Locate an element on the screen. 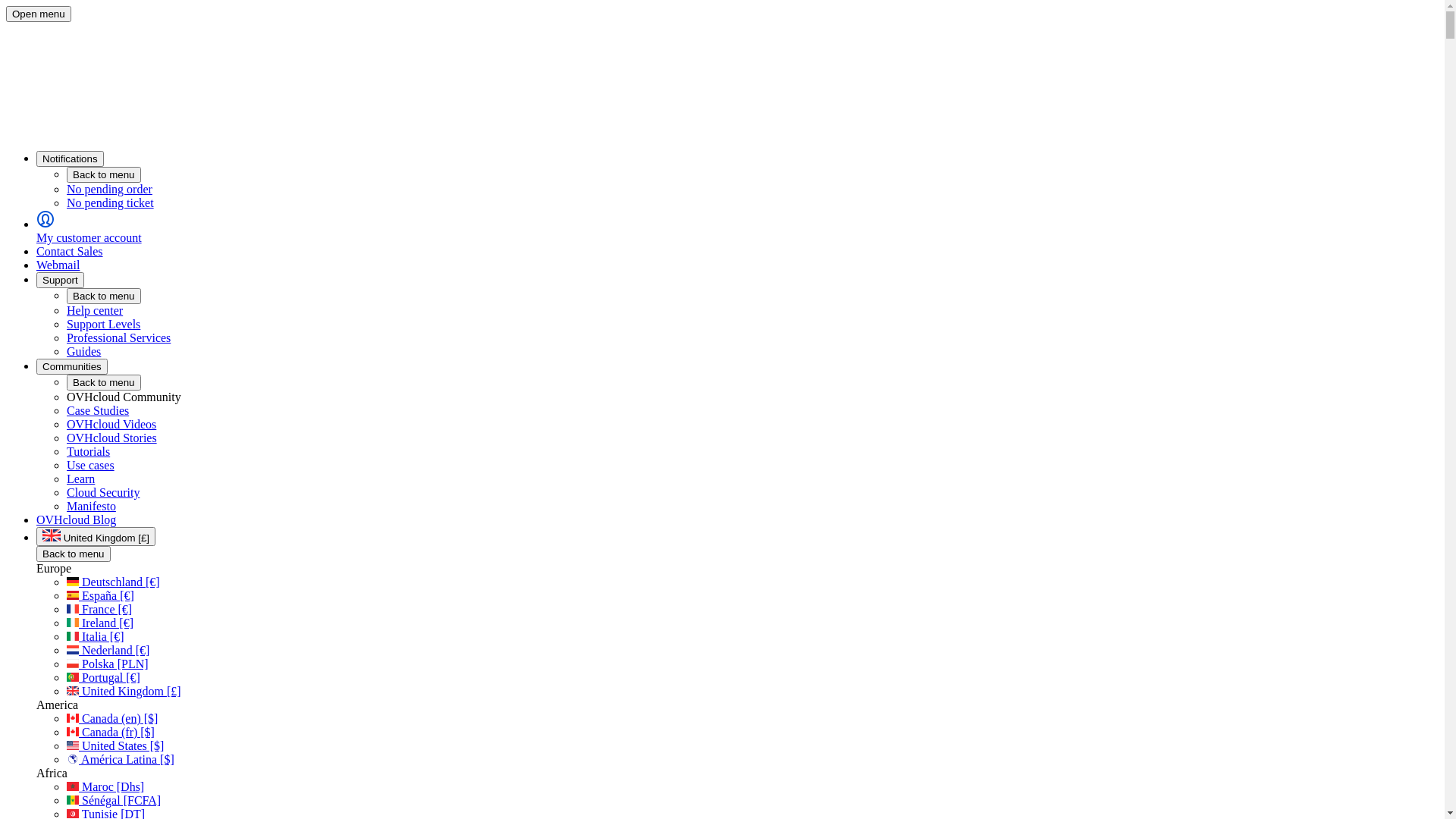 The width and height of the screenshot is (1456, 819). 'Cloud Security' is located at coordinates (65, 492).